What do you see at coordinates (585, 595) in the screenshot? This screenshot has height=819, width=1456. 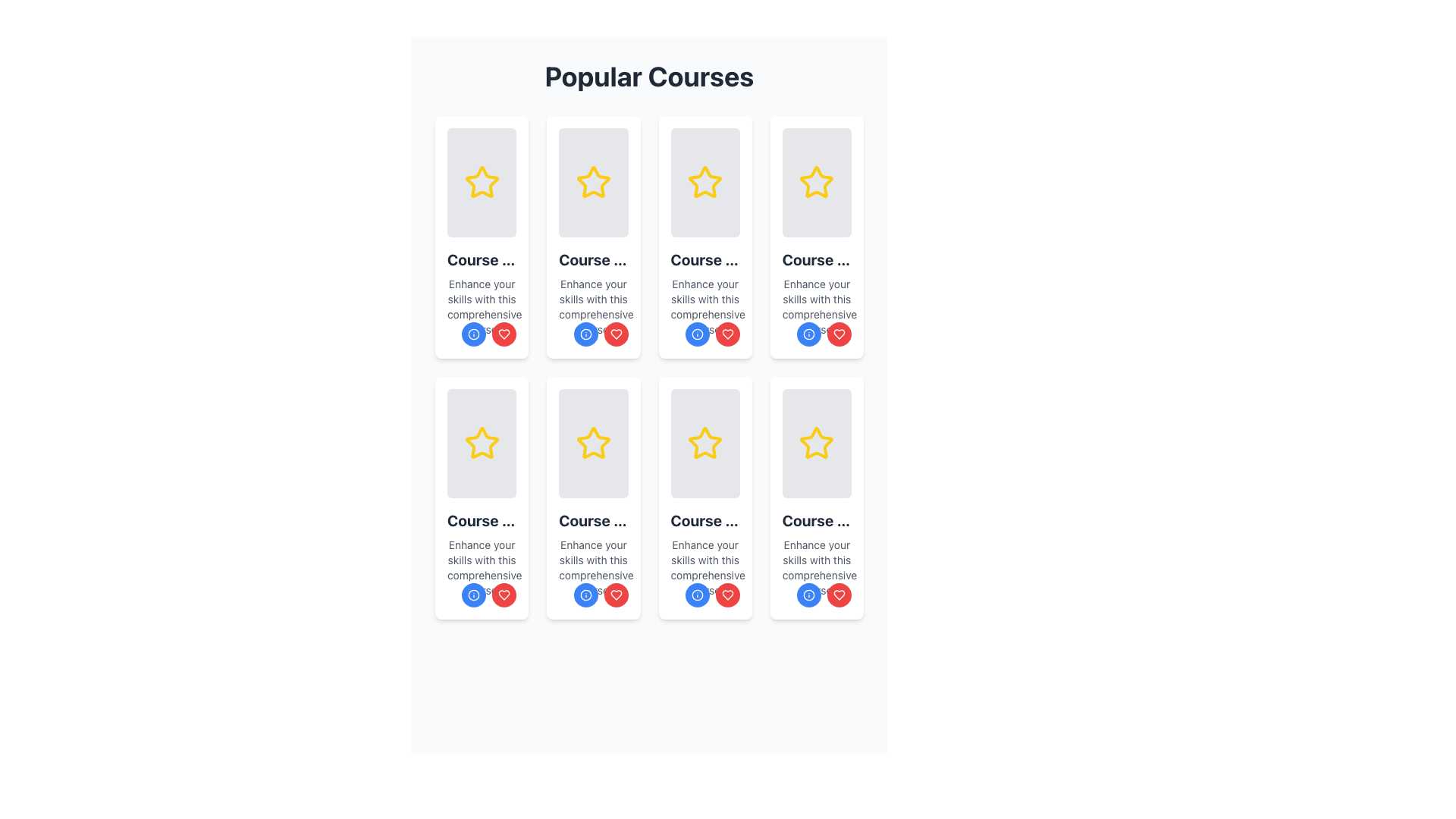 I see `circular graphic element defined by a solid line within the SVG icon located in the 'Popular Courses' section of the card layout` at bounding box center [585, 595].